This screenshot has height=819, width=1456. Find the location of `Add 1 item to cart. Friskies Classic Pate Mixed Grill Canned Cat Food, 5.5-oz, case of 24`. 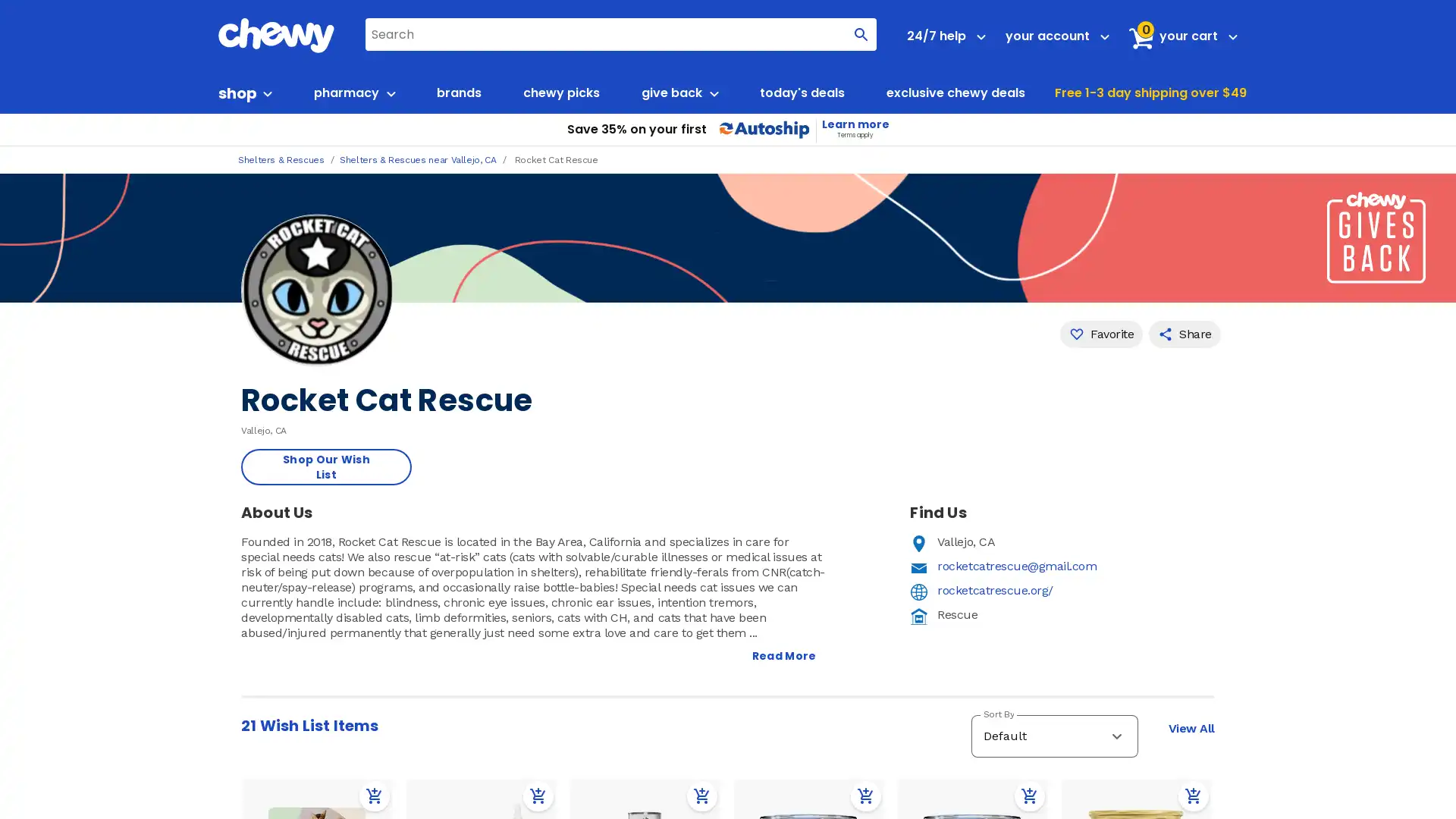

Add 1 item to cart. Friskies Classic Pate Mixed Grill Canned Cat Food, 5.5-oz, case of 24 is located at coordinates (866, 795).